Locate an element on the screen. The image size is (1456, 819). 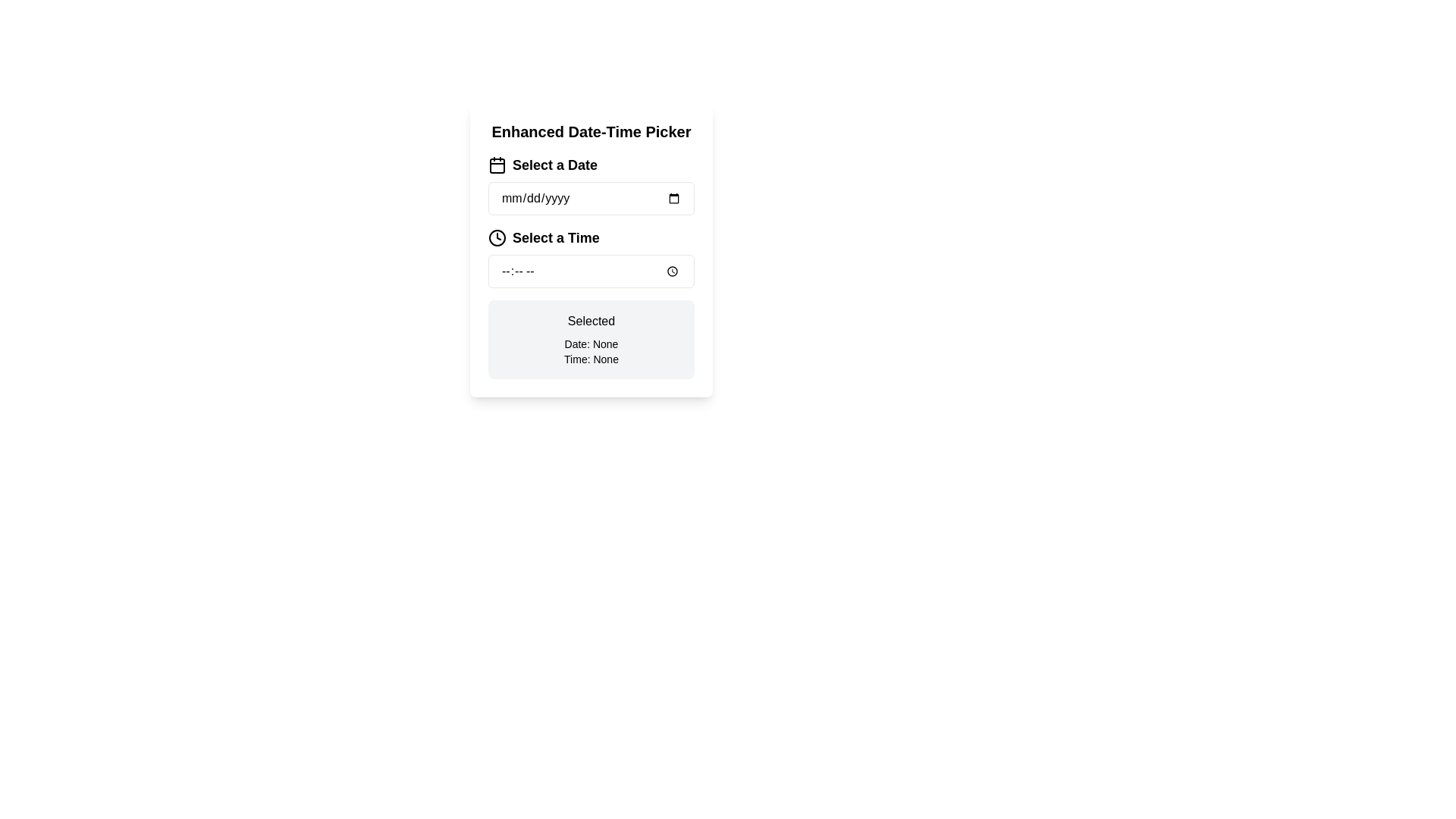
the time picker input field located within the 'Enhanced Date-Time Picker' card interface is located at coordinates (590, 256).